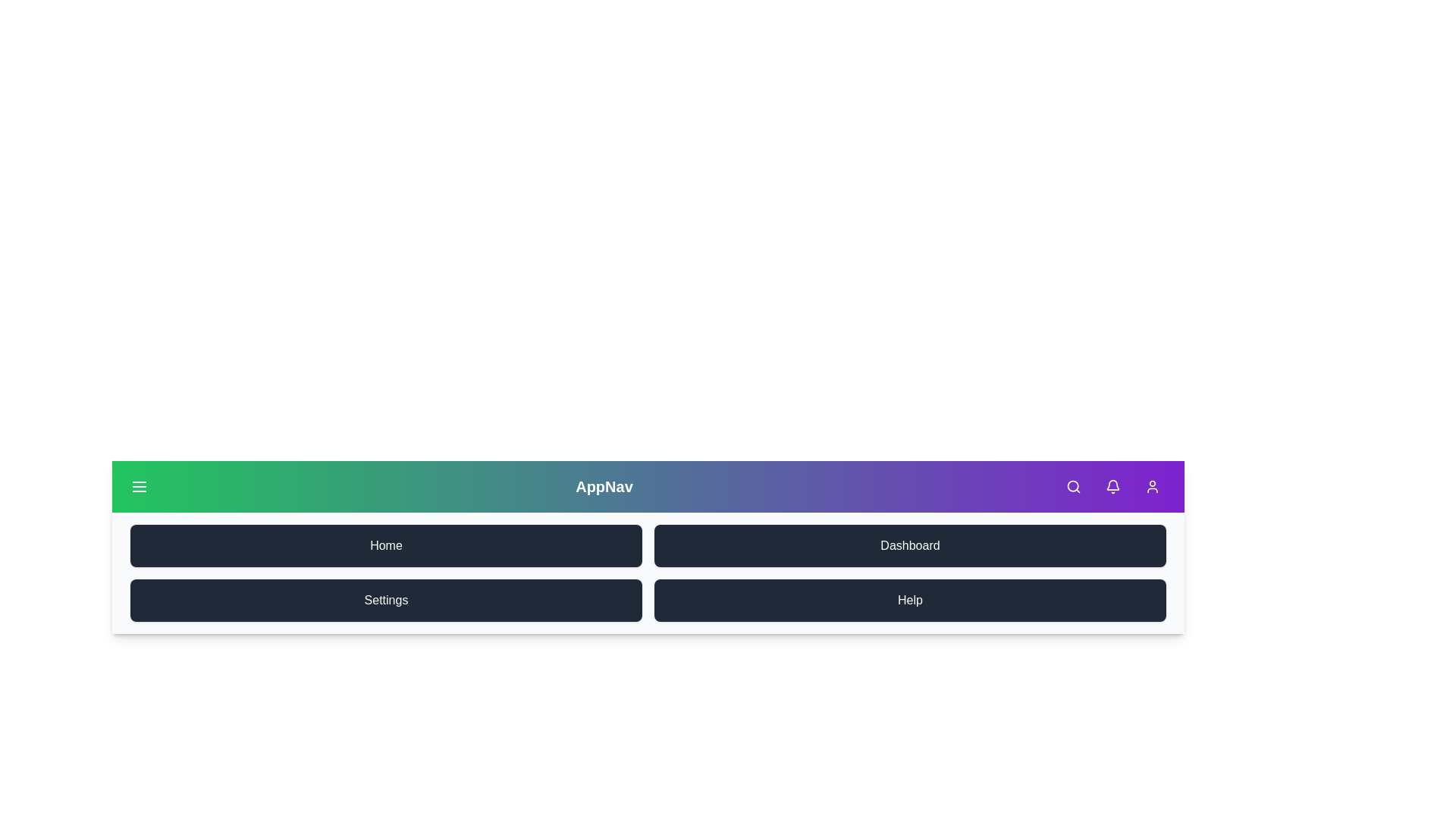 This screenshot has width=1456, height=819. Describe the element at coordinates (1113, 486) in the screenshot. I see `the Bell icon in the navigation bar` at that location.